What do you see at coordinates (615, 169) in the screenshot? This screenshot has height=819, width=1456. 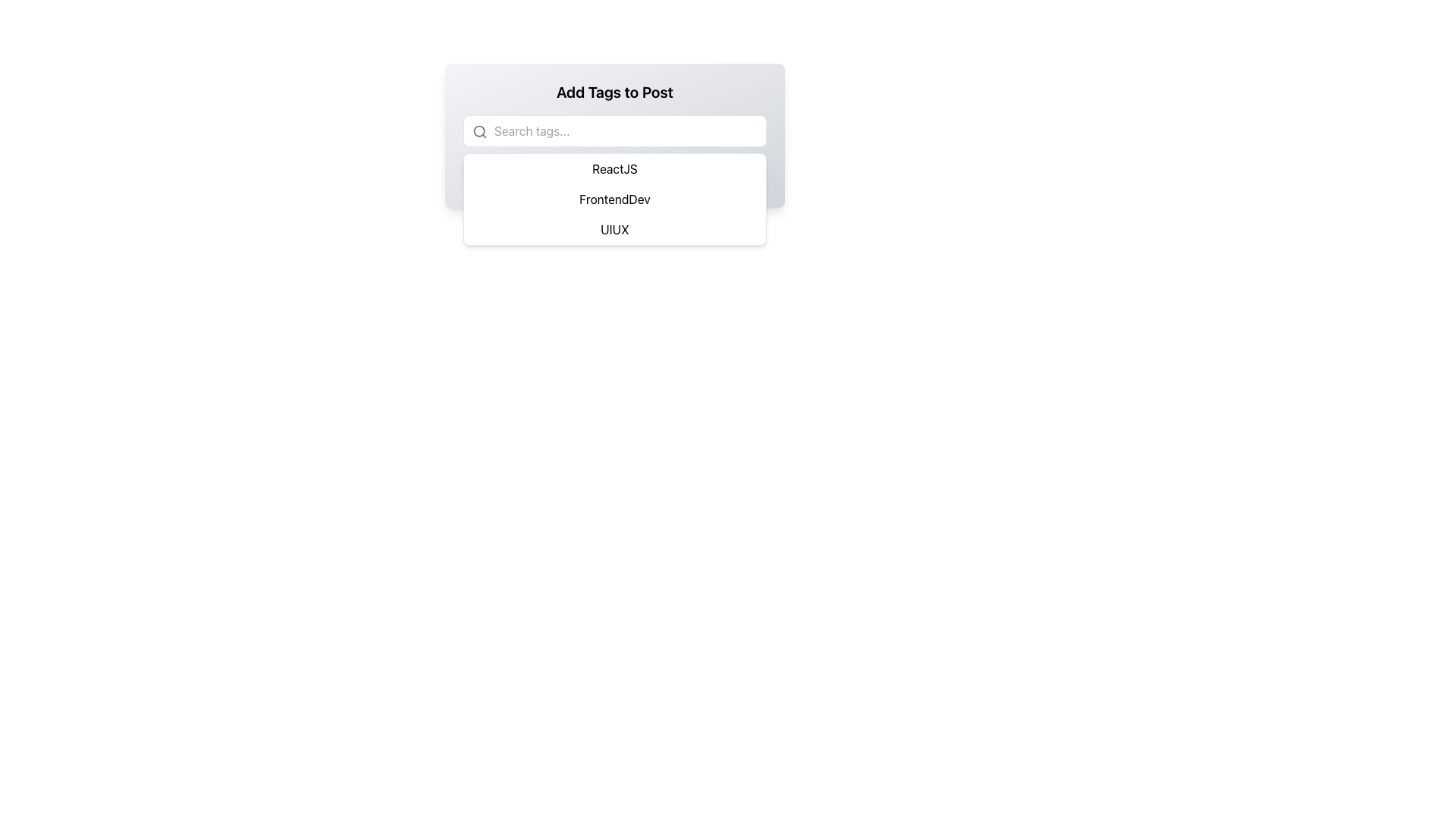 I see `the list item displaying 'ReactJS' in a vertical dropdown menu` at bounding box center [615, 169].